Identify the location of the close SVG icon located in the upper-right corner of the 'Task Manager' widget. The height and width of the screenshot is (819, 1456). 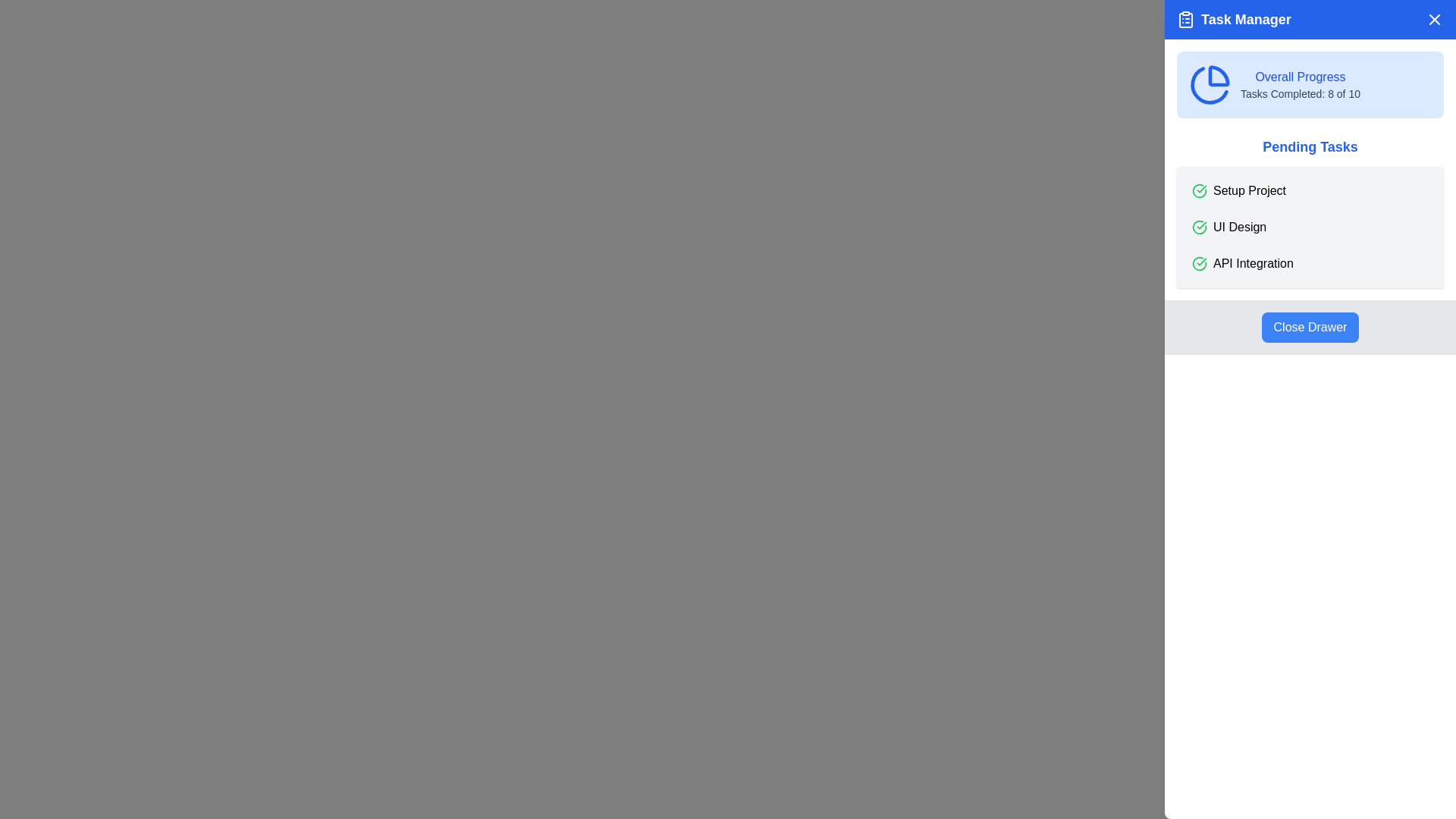
(1433, 20).